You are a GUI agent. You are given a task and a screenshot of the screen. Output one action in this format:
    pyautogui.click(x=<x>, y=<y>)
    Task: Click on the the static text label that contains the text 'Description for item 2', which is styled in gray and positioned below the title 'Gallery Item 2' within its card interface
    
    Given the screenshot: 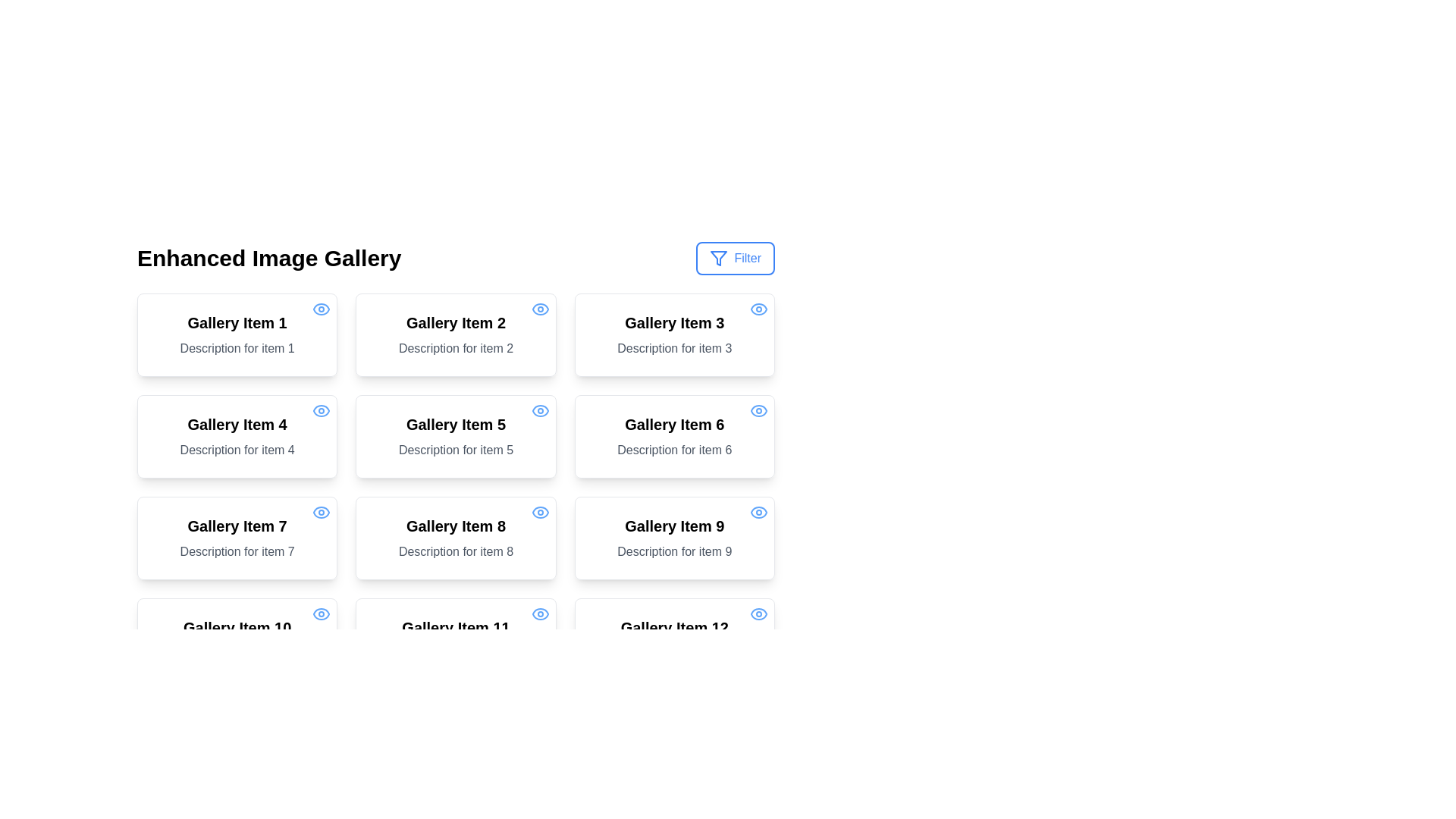 What is the action you would take?
    pyautogui.click(x=455, y=348)
    